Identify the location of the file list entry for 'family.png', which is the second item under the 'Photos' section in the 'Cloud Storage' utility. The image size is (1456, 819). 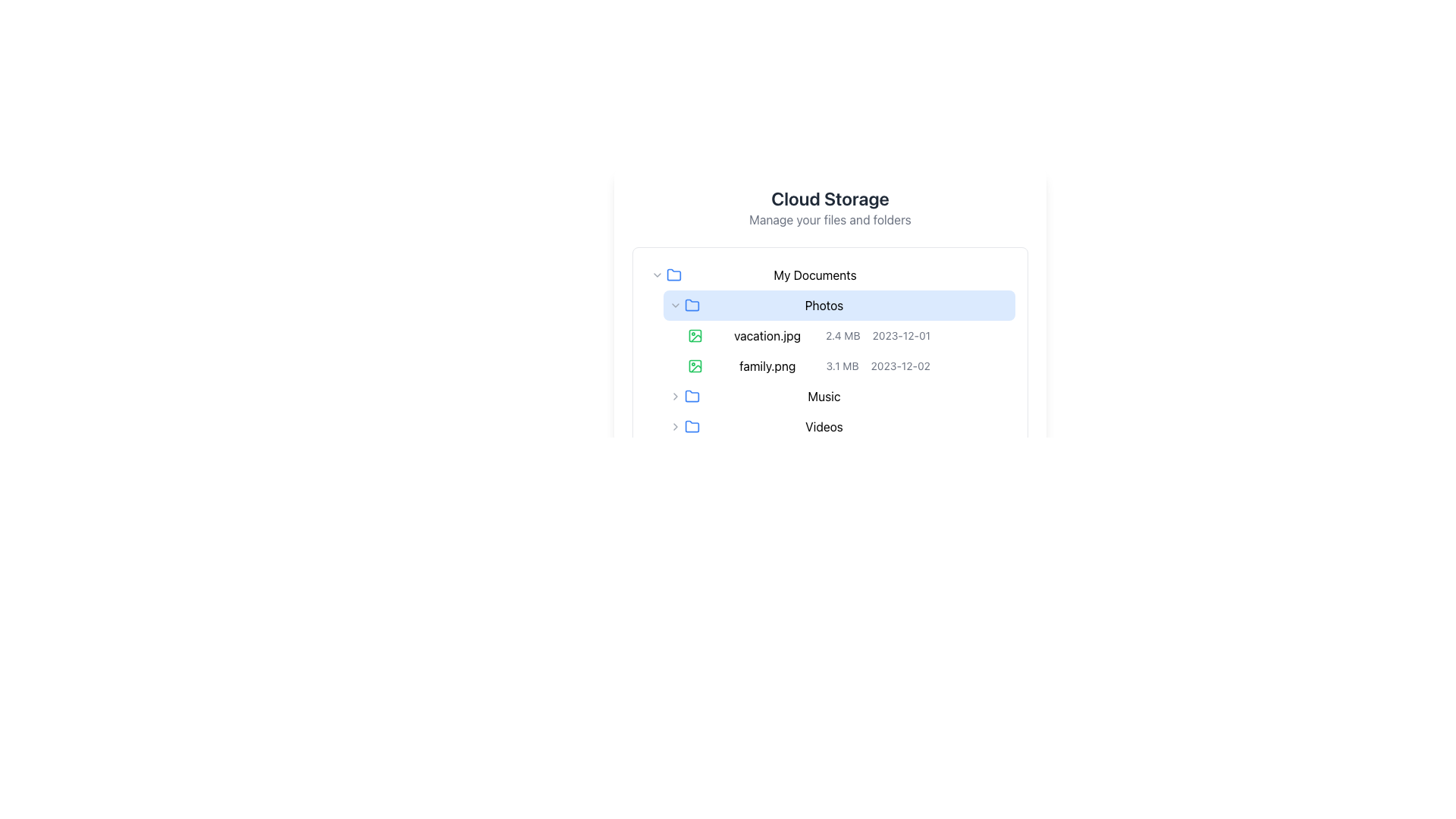
(829, 350).